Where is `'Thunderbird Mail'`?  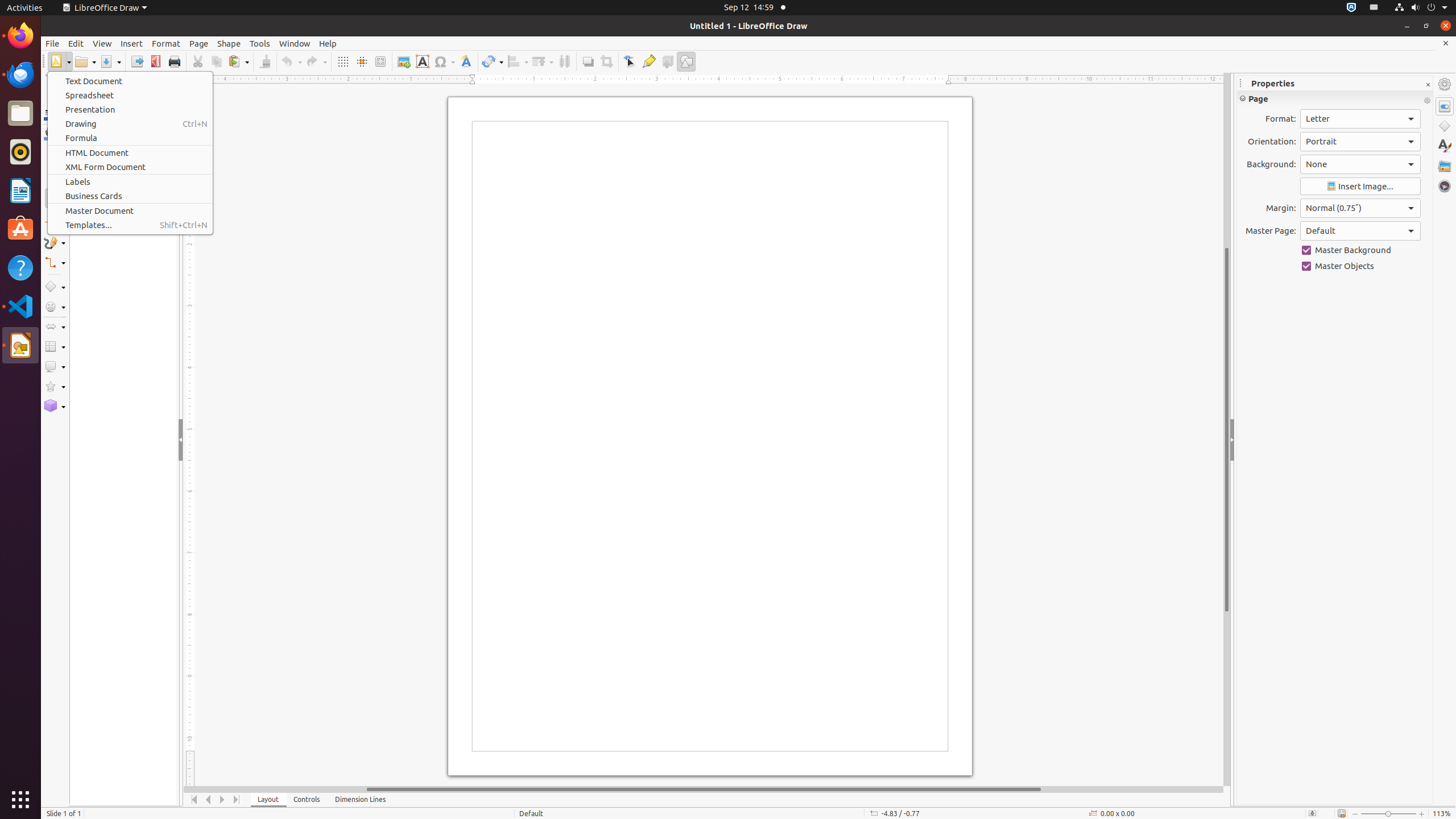 'Thunderbird Mail' is located at coordinates (20, 74).